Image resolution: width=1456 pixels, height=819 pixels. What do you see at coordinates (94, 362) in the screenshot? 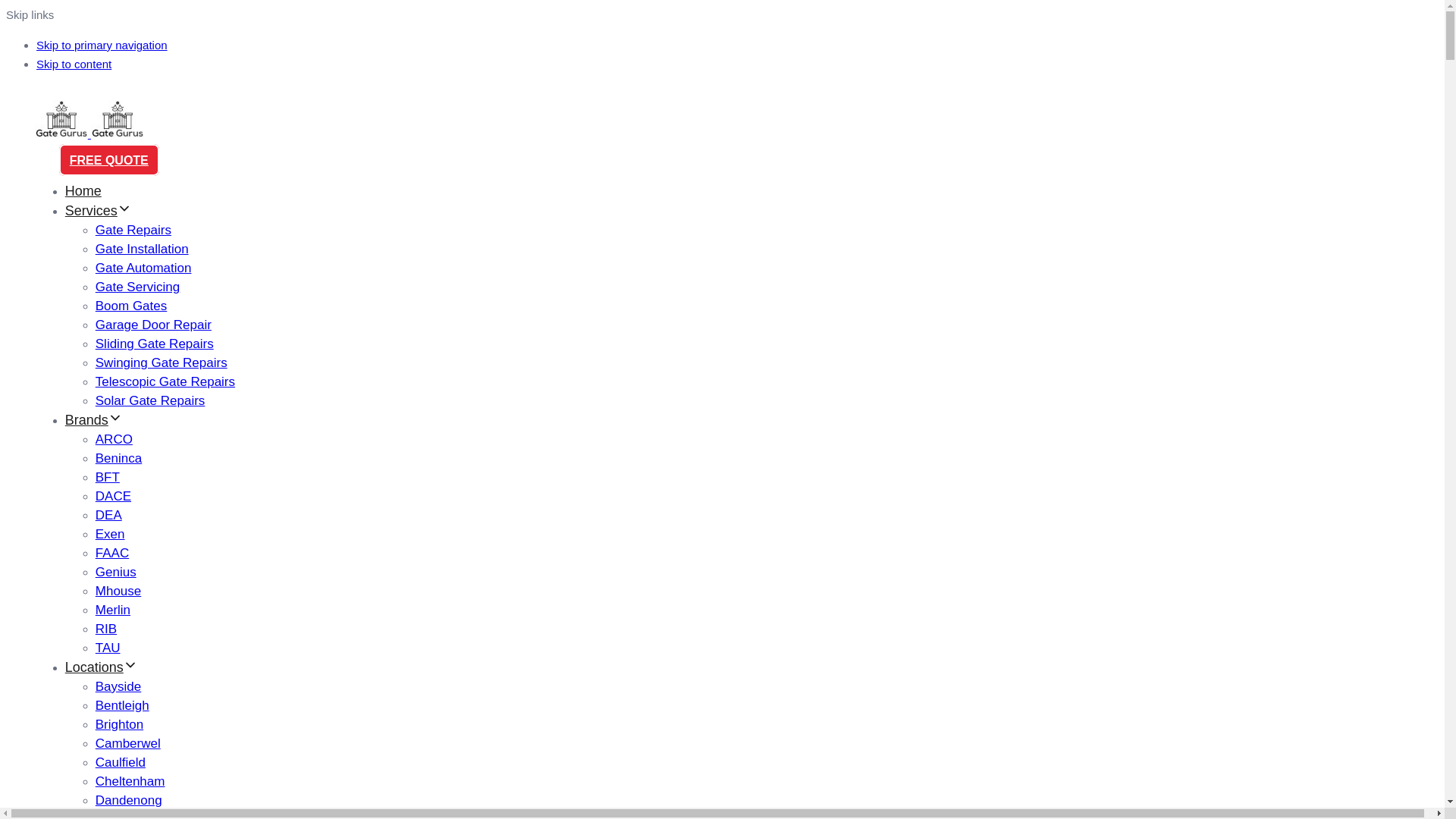
I see `'Swinging Gate Repairs'` at bounding box center [94, 362].